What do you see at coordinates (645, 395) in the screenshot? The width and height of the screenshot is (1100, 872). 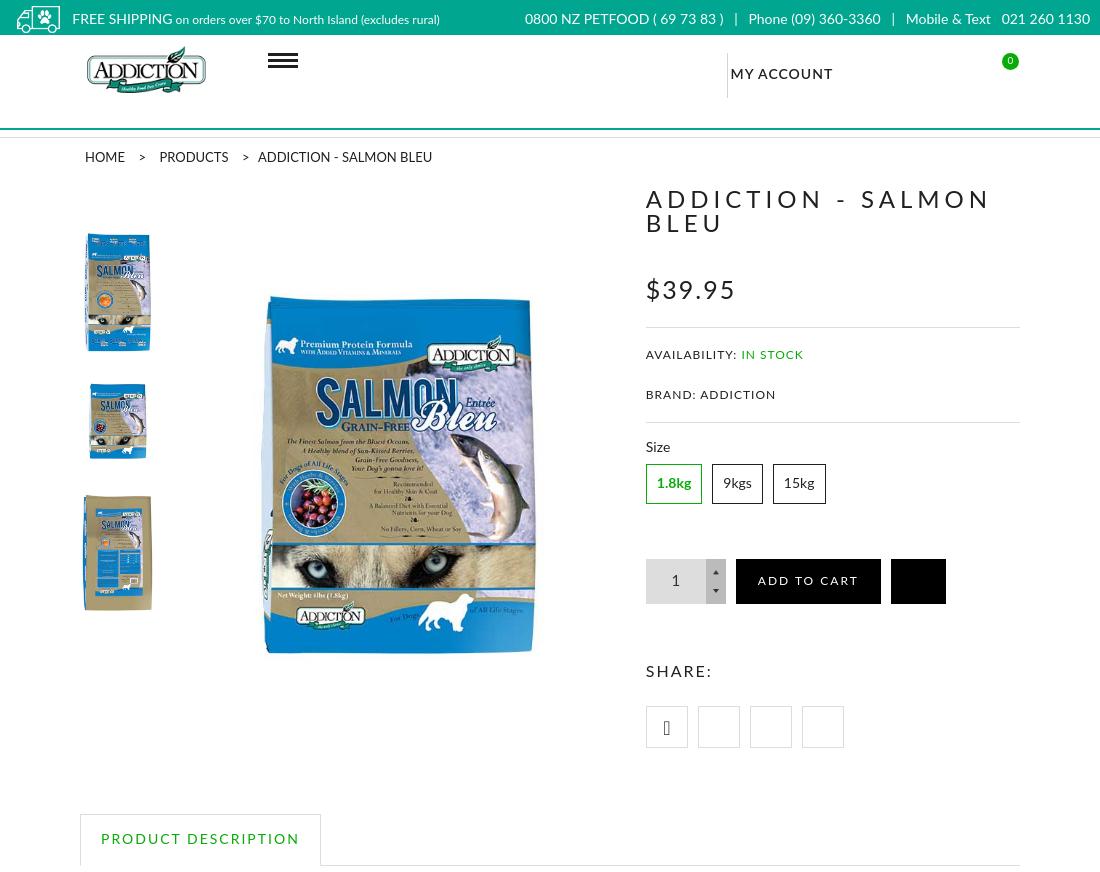 I see `'Brand: Addiction'` at bounding box center [645, 395].